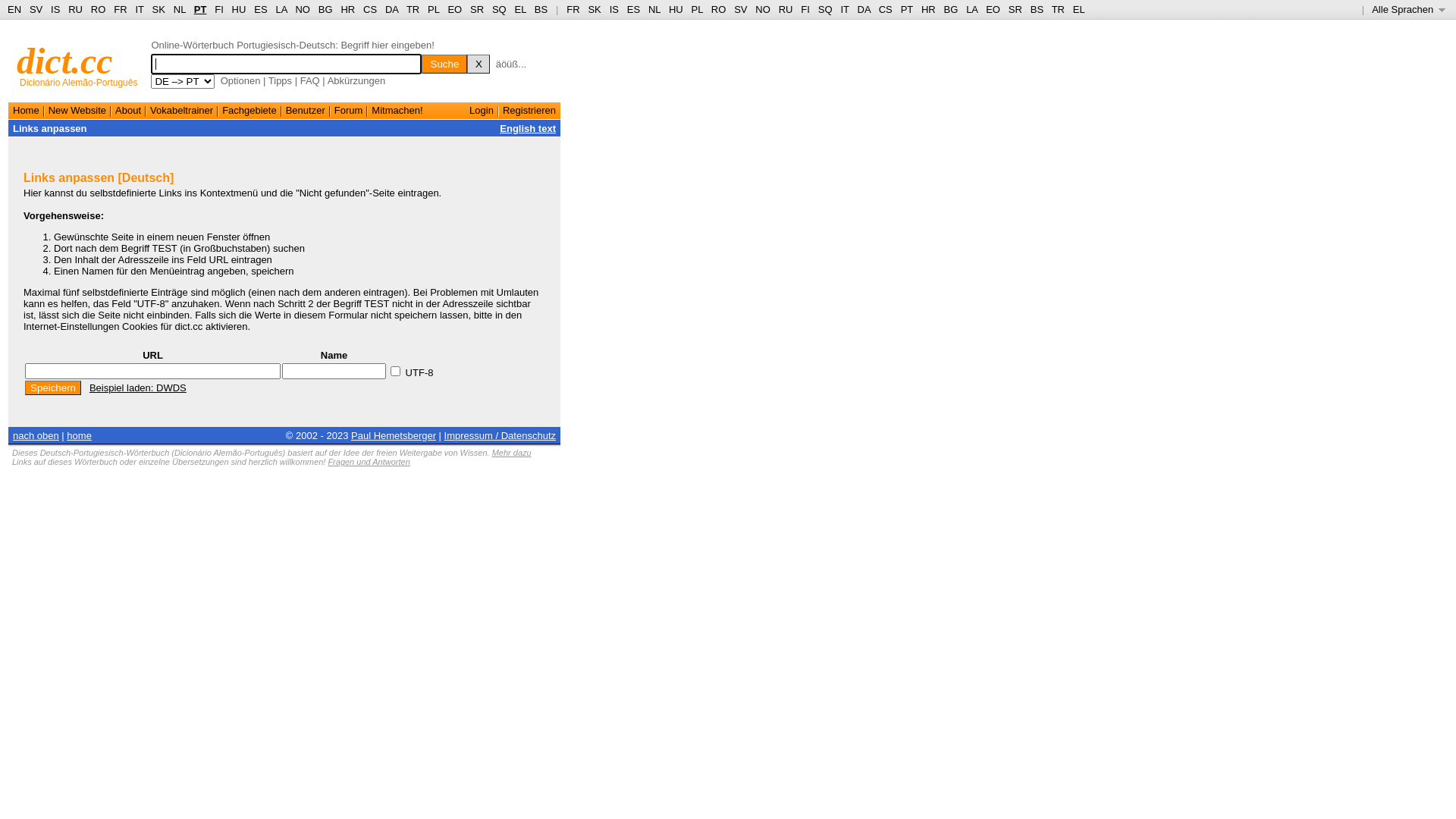 The image size is (1456, 819). I want to click on 'home', so click(78, 435).